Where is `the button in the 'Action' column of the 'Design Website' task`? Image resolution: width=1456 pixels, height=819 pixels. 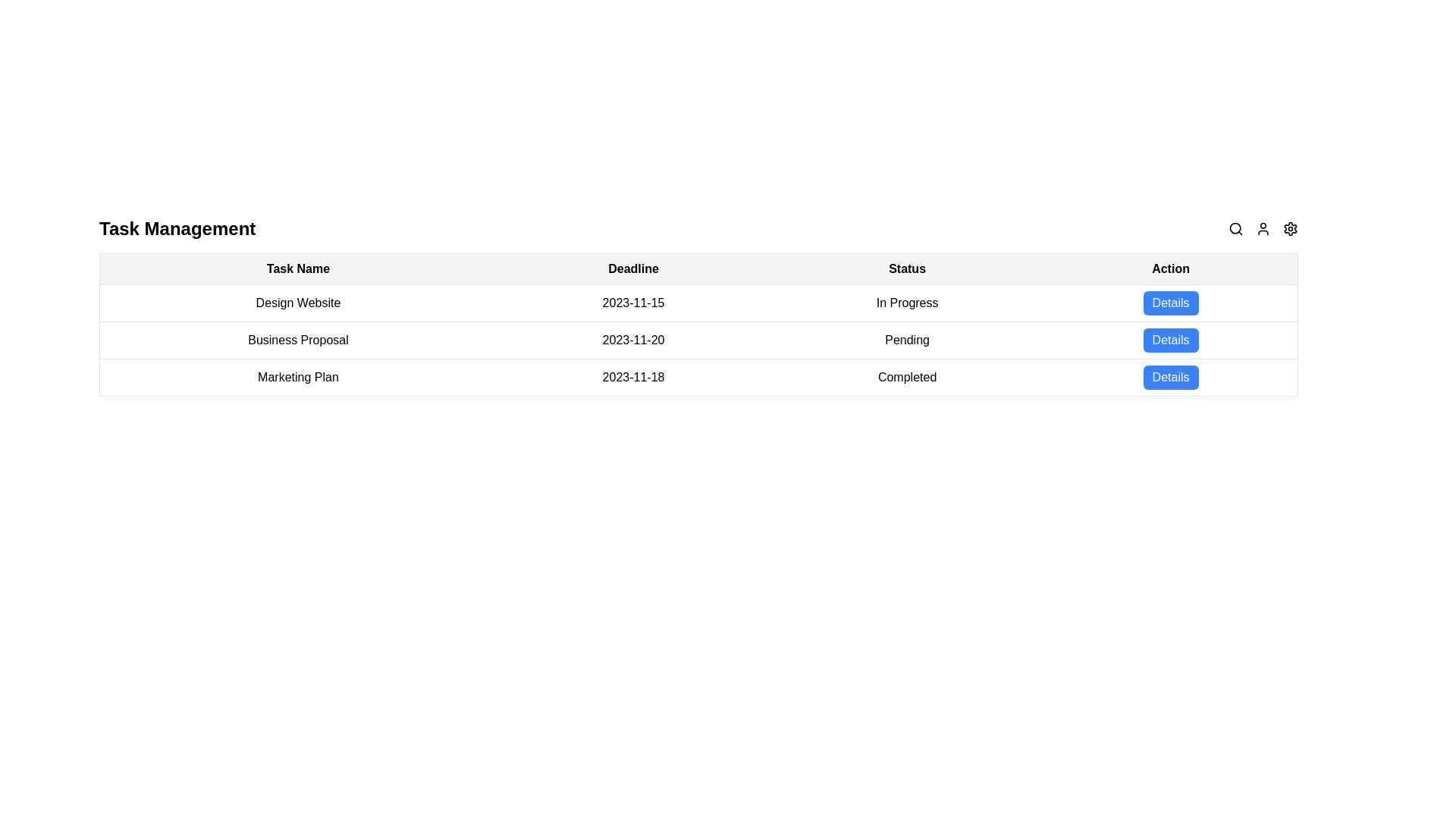
the button in the 'Action' column of the 'Design Website' task is located at coordinates (1170, 303).